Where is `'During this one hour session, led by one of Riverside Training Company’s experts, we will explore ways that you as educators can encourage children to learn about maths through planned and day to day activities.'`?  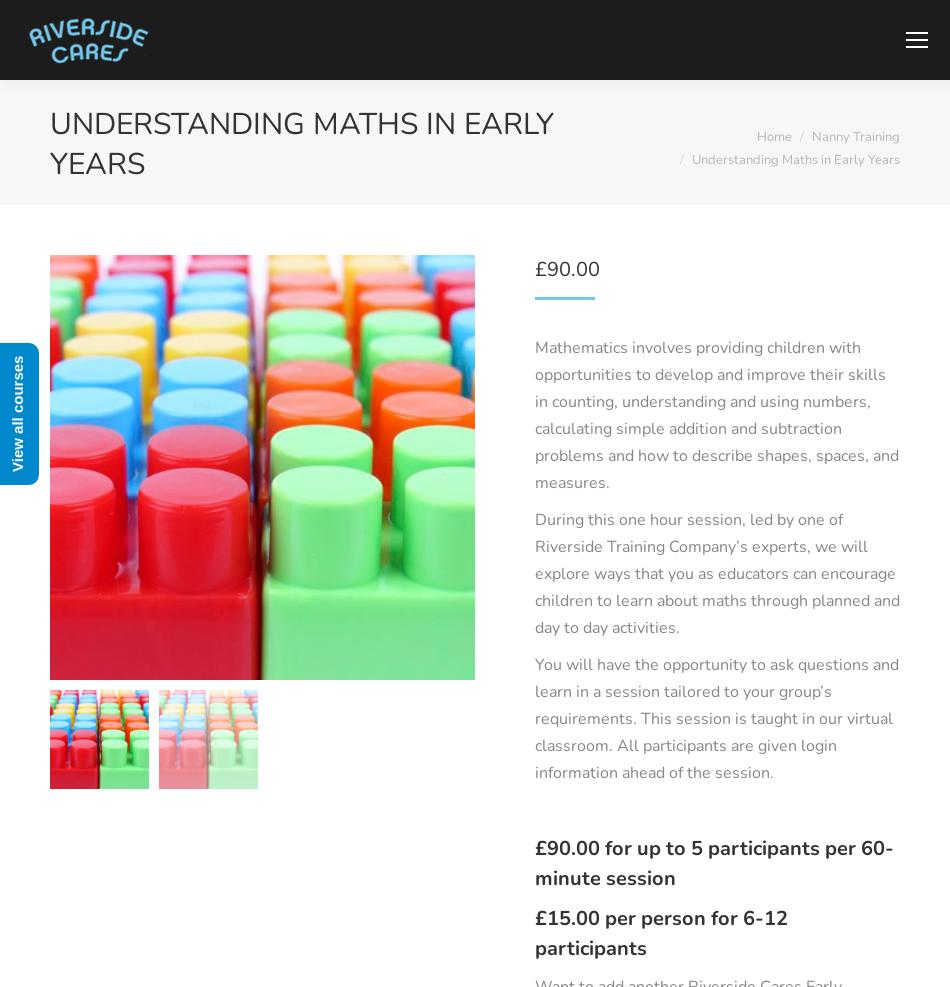
'During this one hour session, led by one of Riverside Training Company’s experts, we will explore ways that you as educators can encourage children to learn about maths through planned and day to day activities.' is located at coordinates (716, 573).